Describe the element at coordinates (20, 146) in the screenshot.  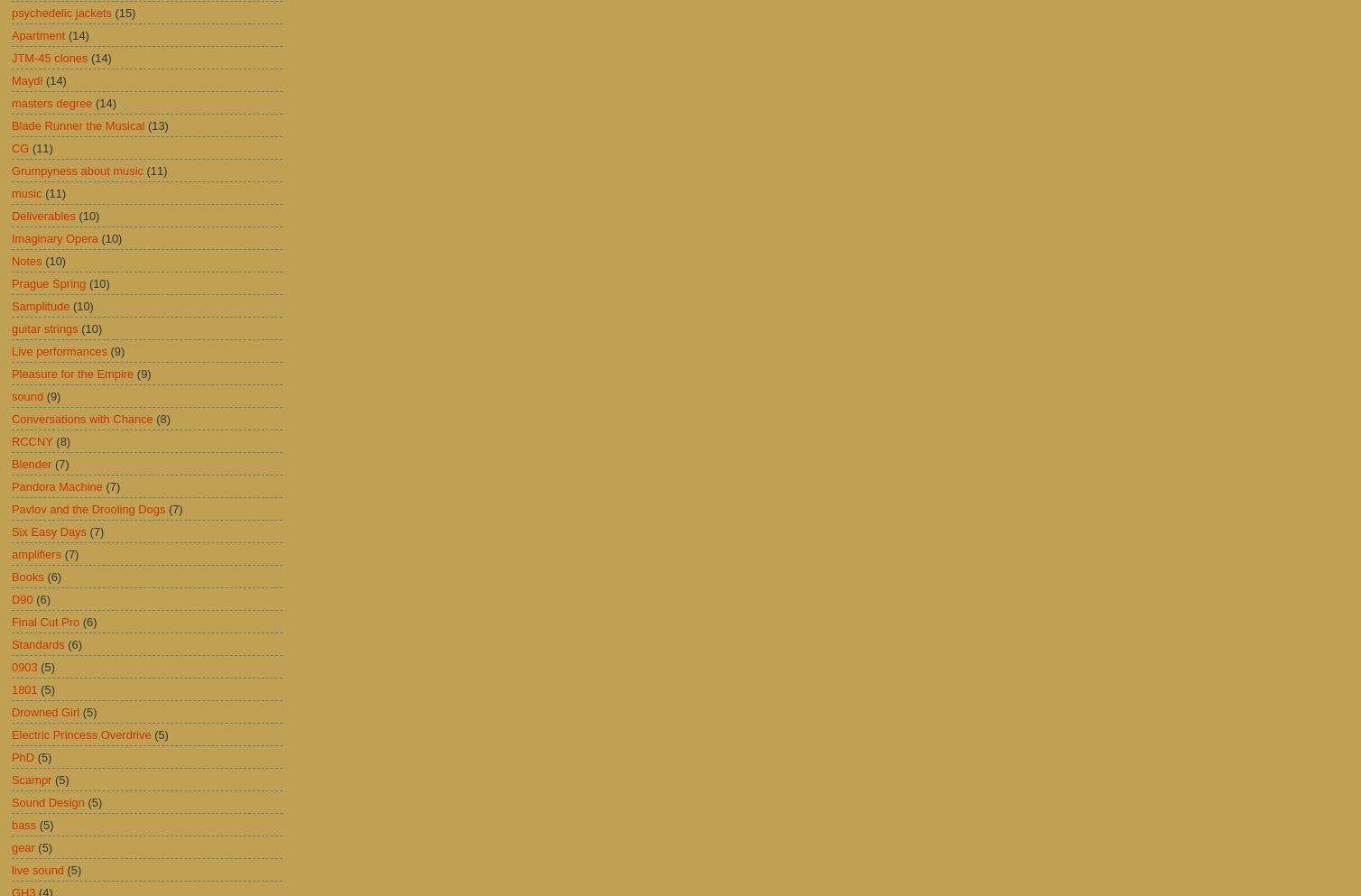
I see `'CG'` at that location.